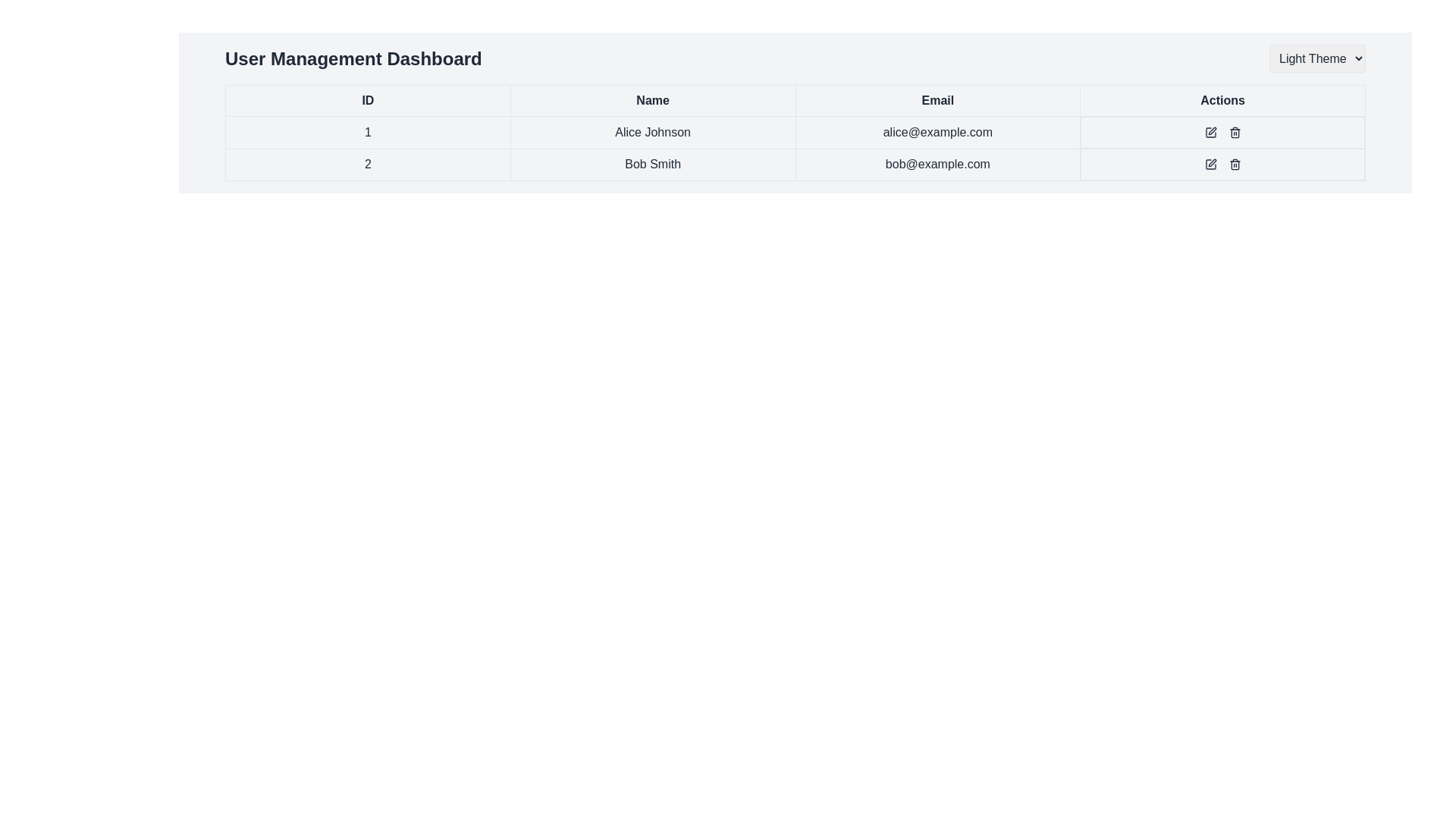 This screenshot has width=1456, height=819. What do you see at coordinates (653, 100) in the screenshot?
I see `the table header labeled 'Name', which is the second header in the table's header row, positioned between 'ID' and 'Email'` at bounding box center [653, 100].